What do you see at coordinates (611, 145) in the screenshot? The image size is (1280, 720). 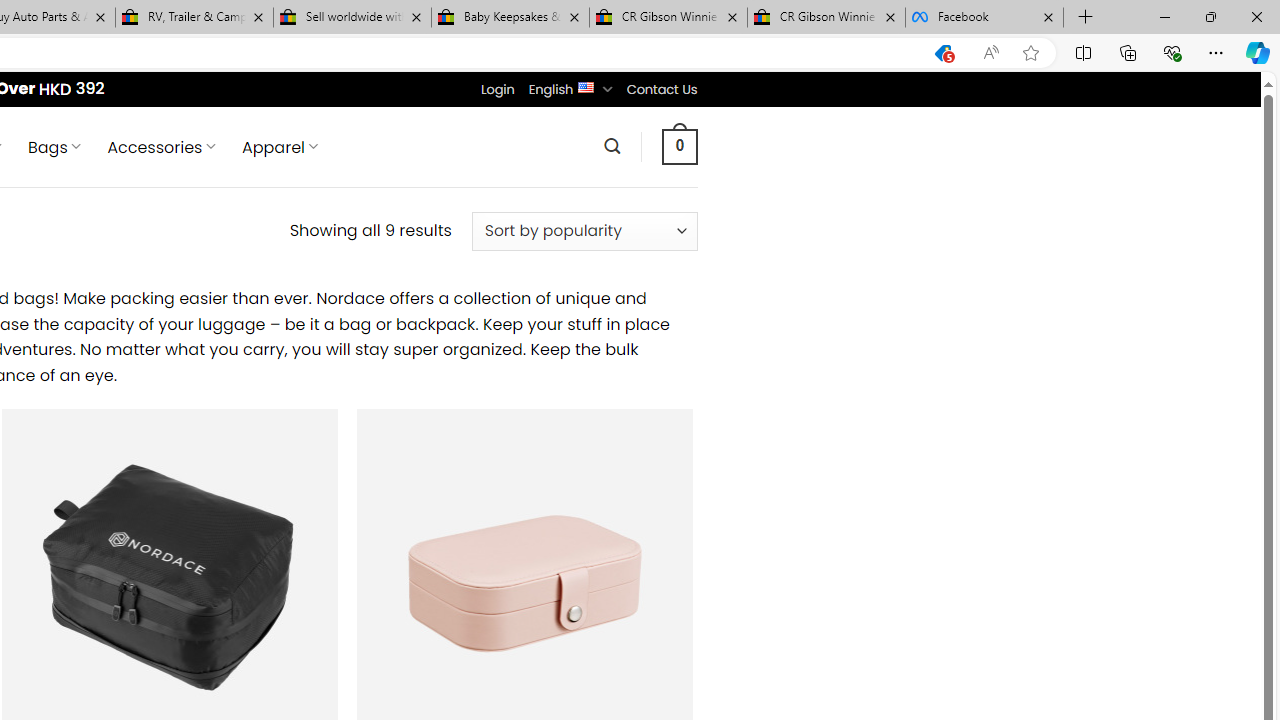 I see `'Search'` at bounding box center [611, 145].